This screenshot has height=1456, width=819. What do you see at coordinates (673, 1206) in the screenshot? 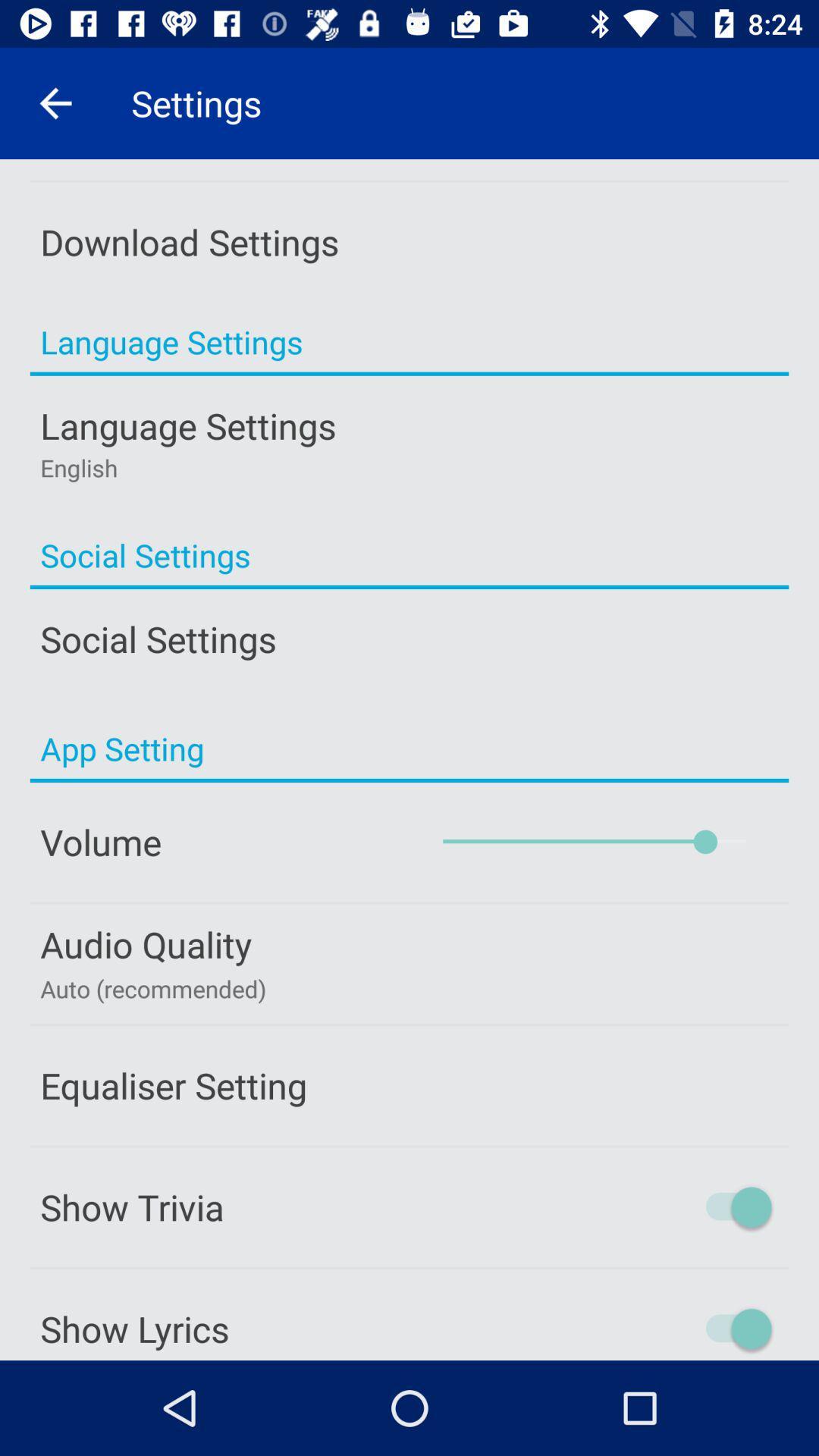
I see `item next to show trivia` at bounding box center [673, 1206].